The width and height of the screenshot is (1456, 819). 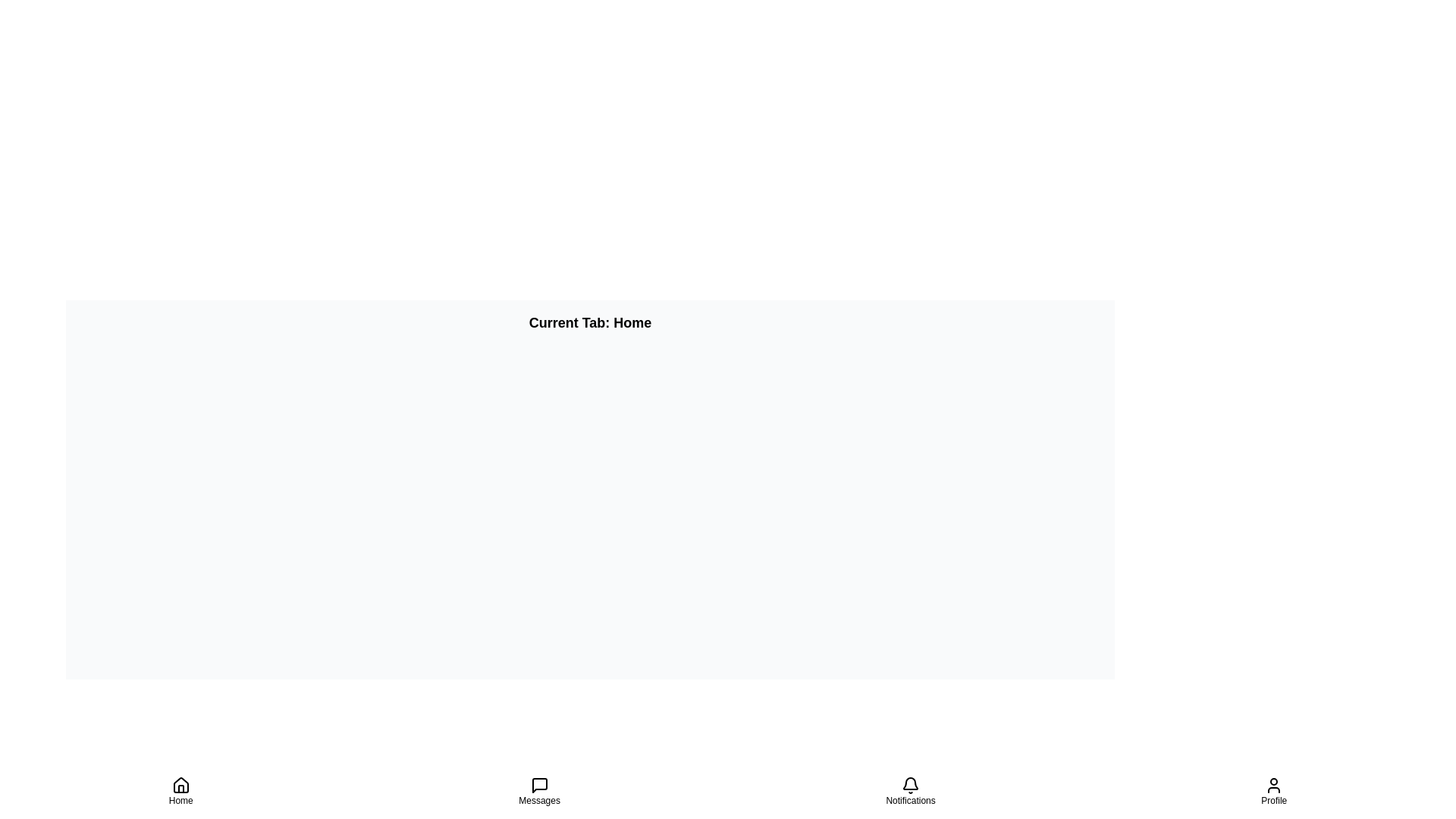 What do you see at coordinates (539, 800) in the screenshot?
I see `'Messages' text label located in the bottom navigation bar, centered below the message icon` at bounding box center [539, 800].